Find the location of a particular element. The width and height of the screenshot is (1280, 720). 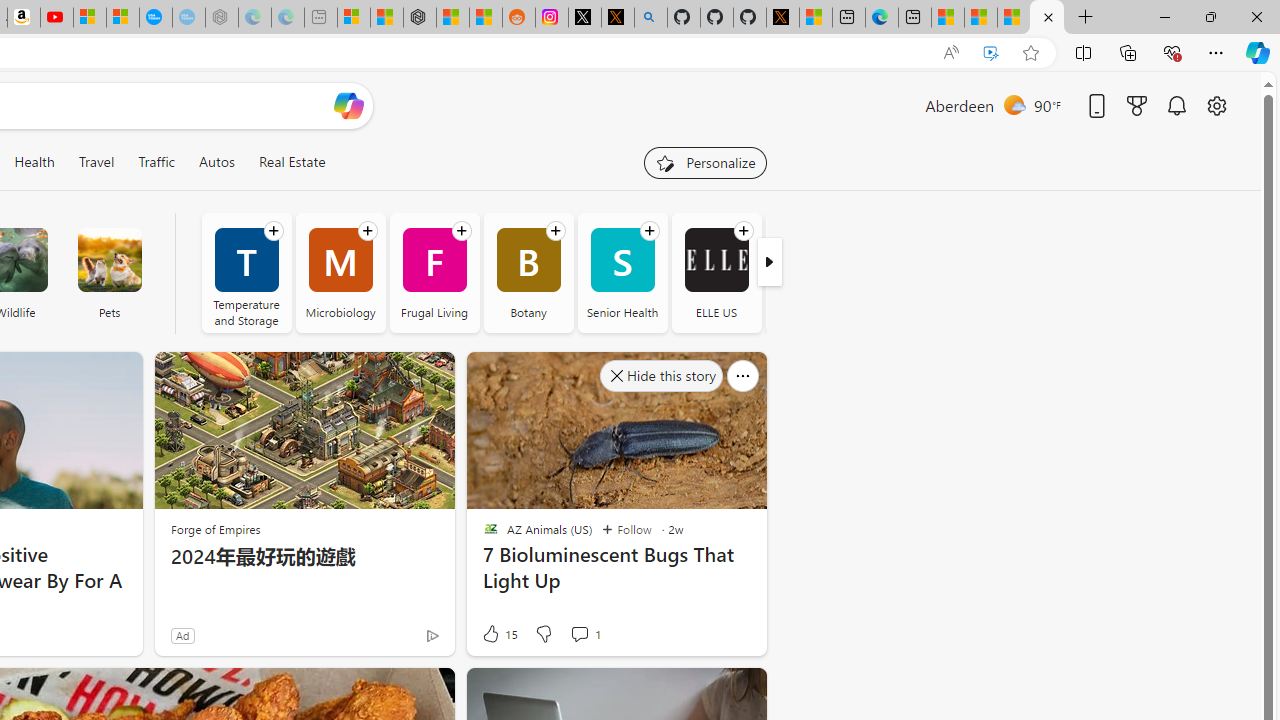

'View comments 1 Comment' is located at coordinates (583, 633).